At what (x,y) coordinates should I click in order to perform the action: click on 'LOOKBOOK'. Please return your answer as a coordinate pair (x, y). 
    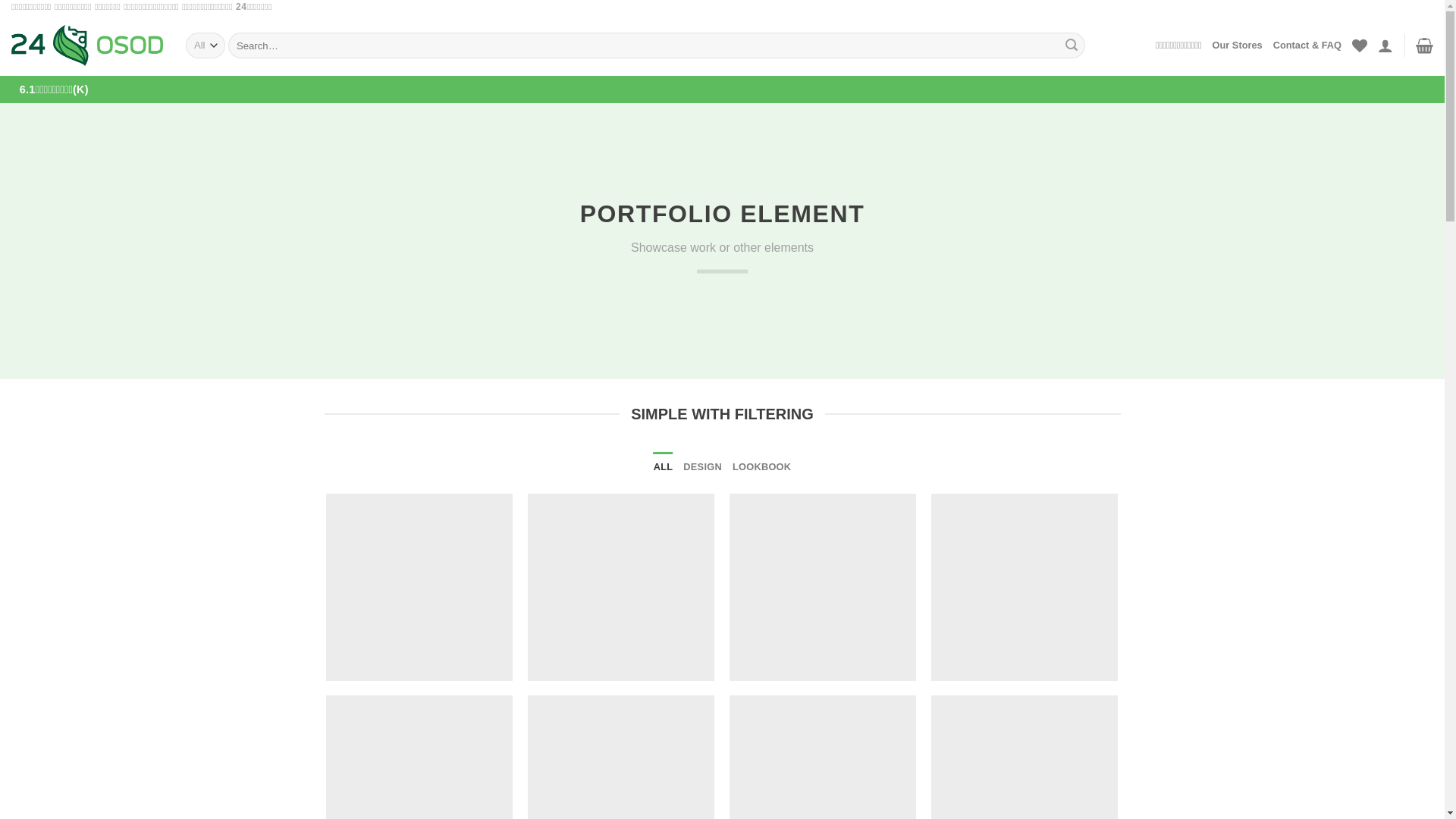
    Looking at the image, I should click on (761, 466).